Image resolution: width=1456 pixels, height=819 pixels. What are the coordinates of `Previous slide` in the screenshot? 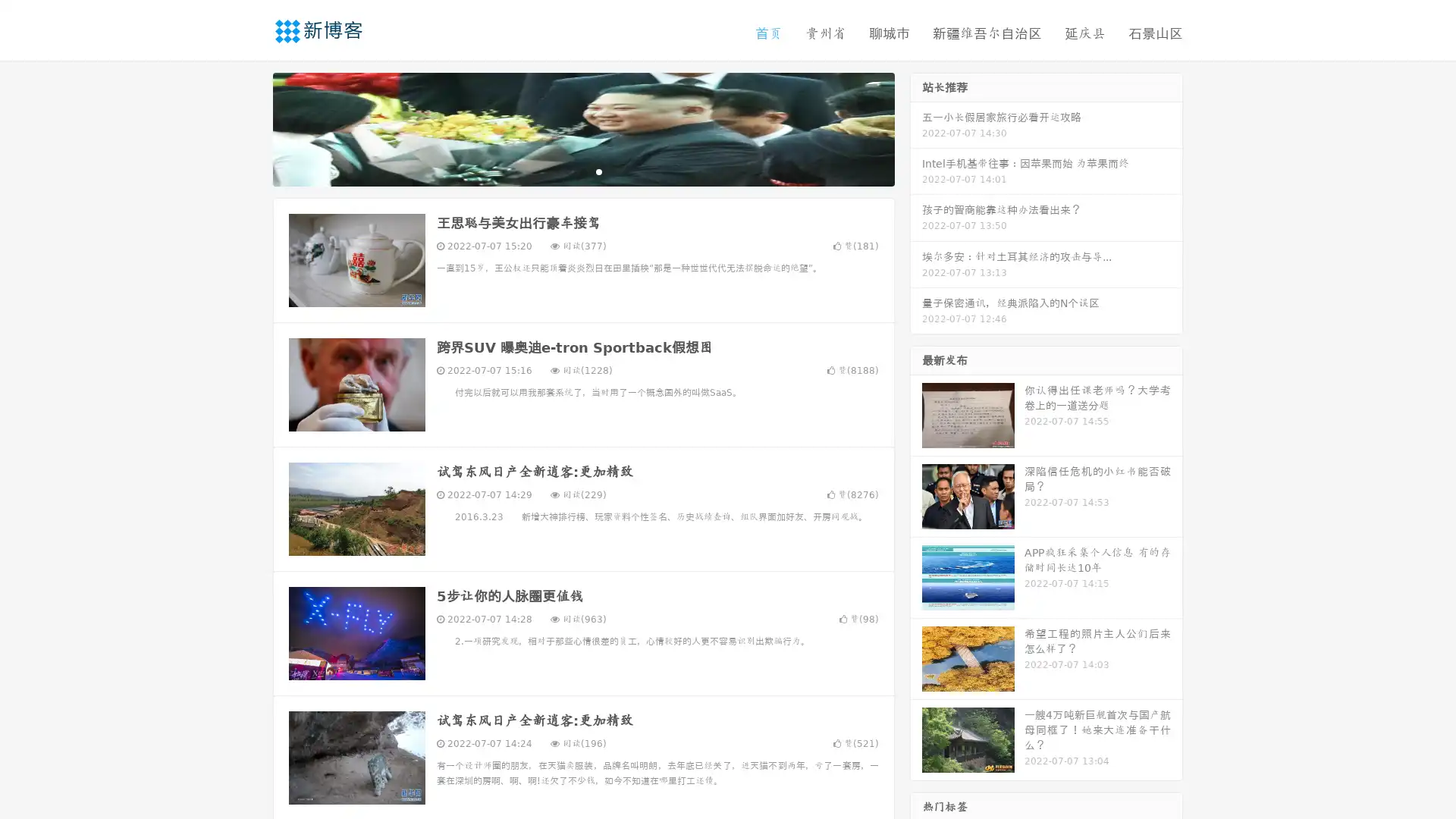 It's located at (250, 127).